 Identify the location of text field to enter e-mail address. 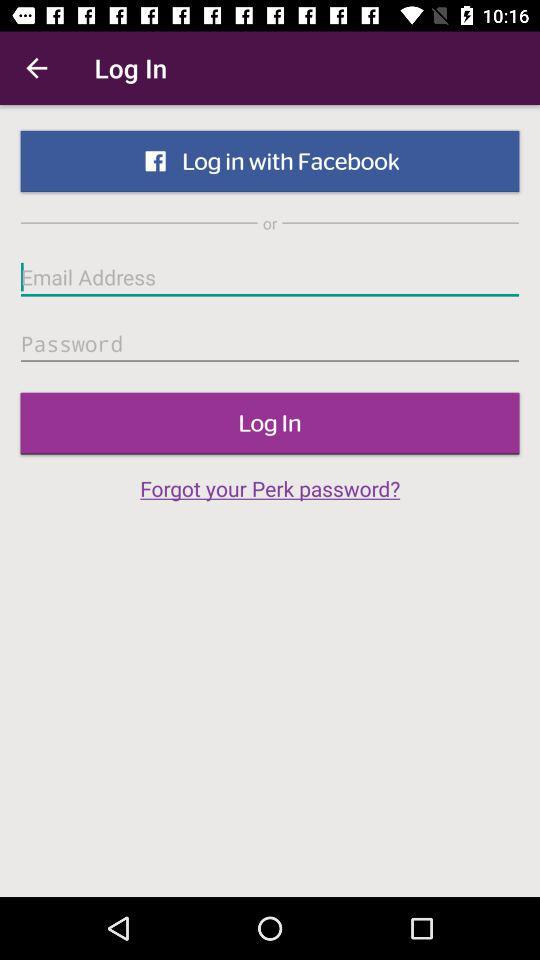
(270, 276).